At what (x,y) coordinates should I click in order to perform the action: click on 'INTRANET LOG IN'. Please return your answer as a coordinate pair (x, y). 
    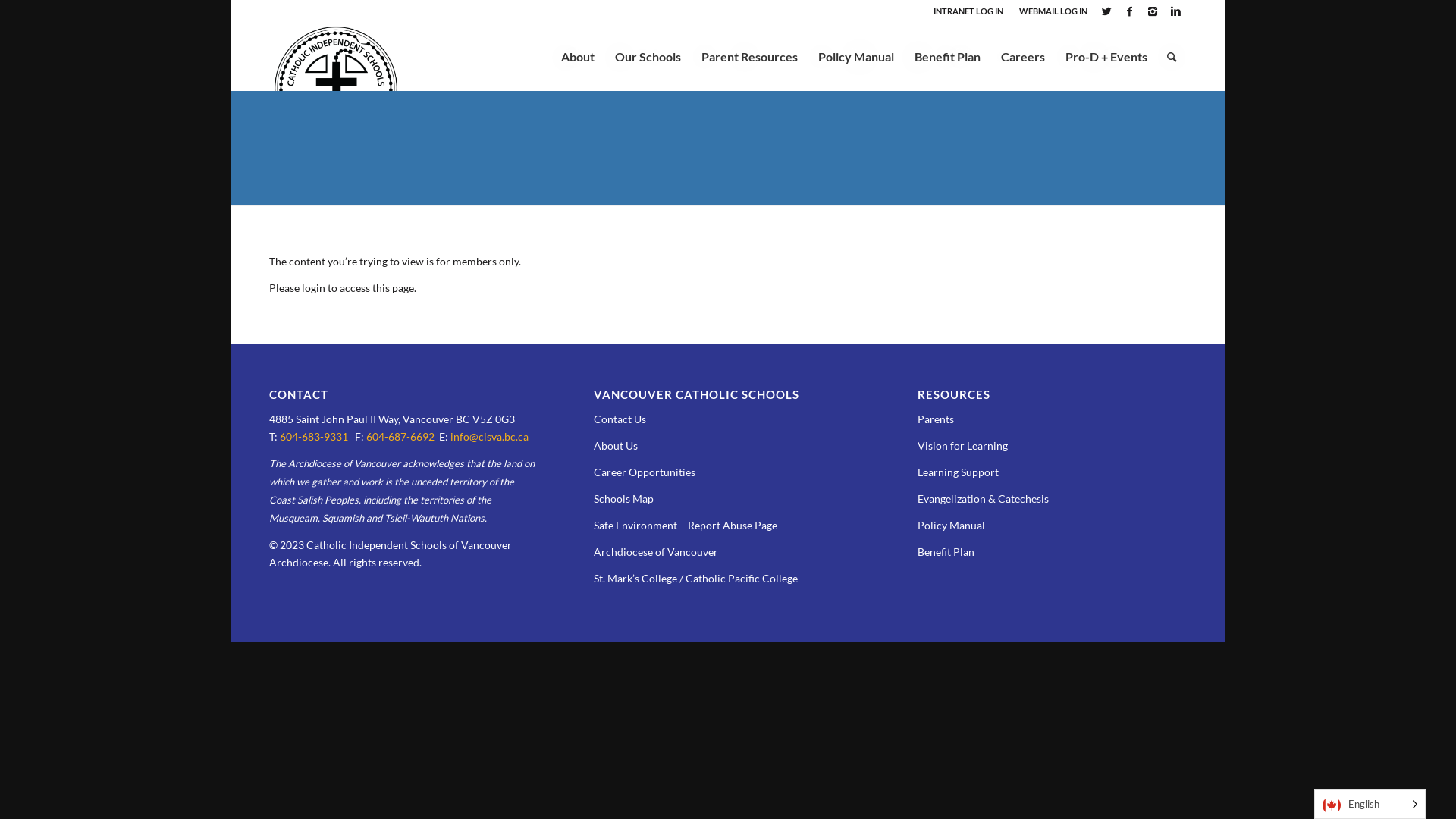
    Looking at the image, I should click on (932, 11).